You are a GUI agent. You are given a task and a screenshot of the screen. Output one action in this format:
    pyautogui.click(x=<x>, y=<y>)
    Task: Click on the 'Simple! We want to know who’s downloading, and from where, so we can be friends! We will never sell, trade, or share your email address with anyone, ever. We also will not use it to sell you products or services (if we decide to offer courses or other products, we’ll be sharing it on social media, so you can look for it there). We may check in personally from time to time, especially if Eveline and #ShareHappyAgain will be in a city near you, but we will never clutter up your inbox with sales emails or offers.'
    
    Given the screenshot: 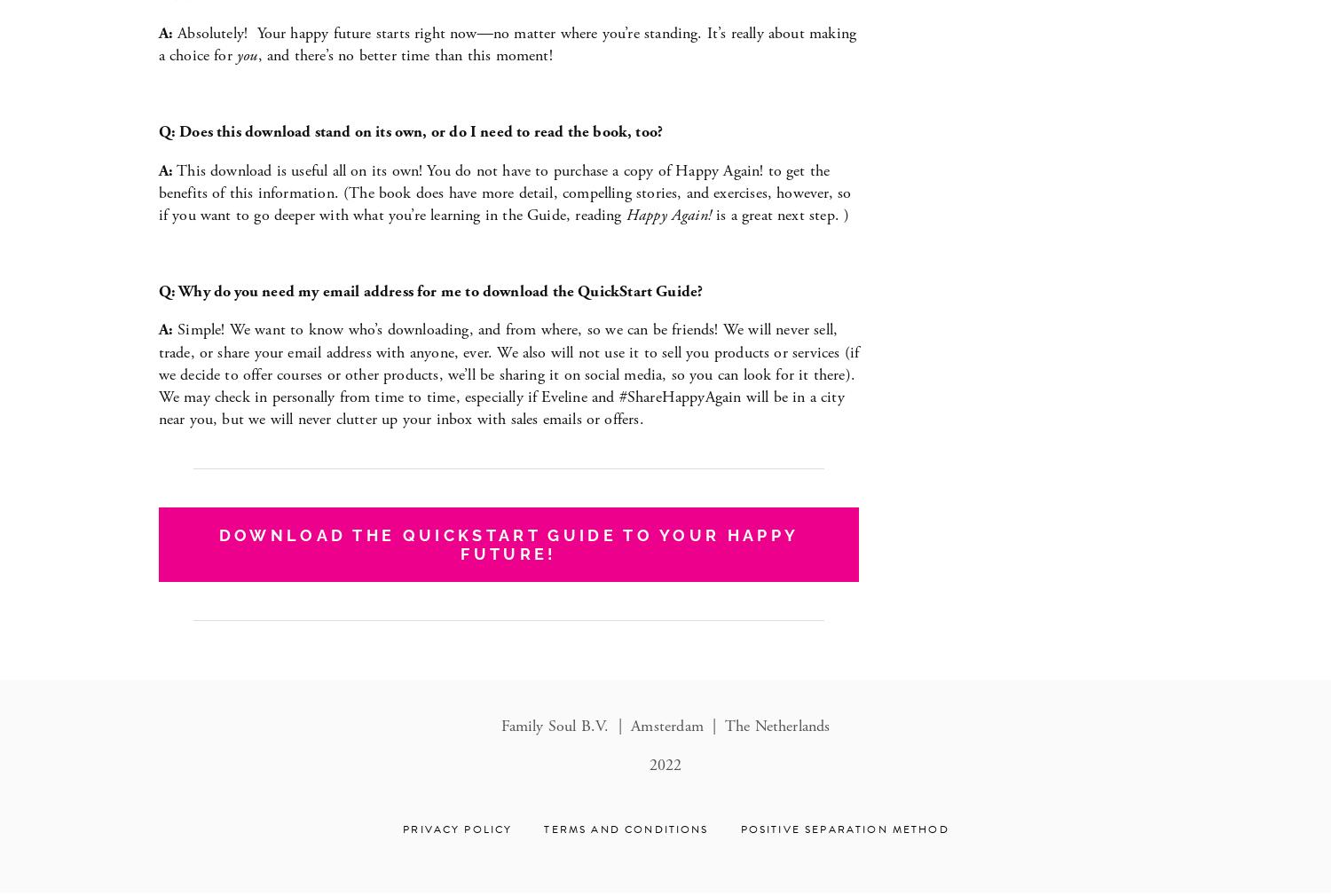 What is the action you would take?
    pyautogui.click(x=509, y=373)
    